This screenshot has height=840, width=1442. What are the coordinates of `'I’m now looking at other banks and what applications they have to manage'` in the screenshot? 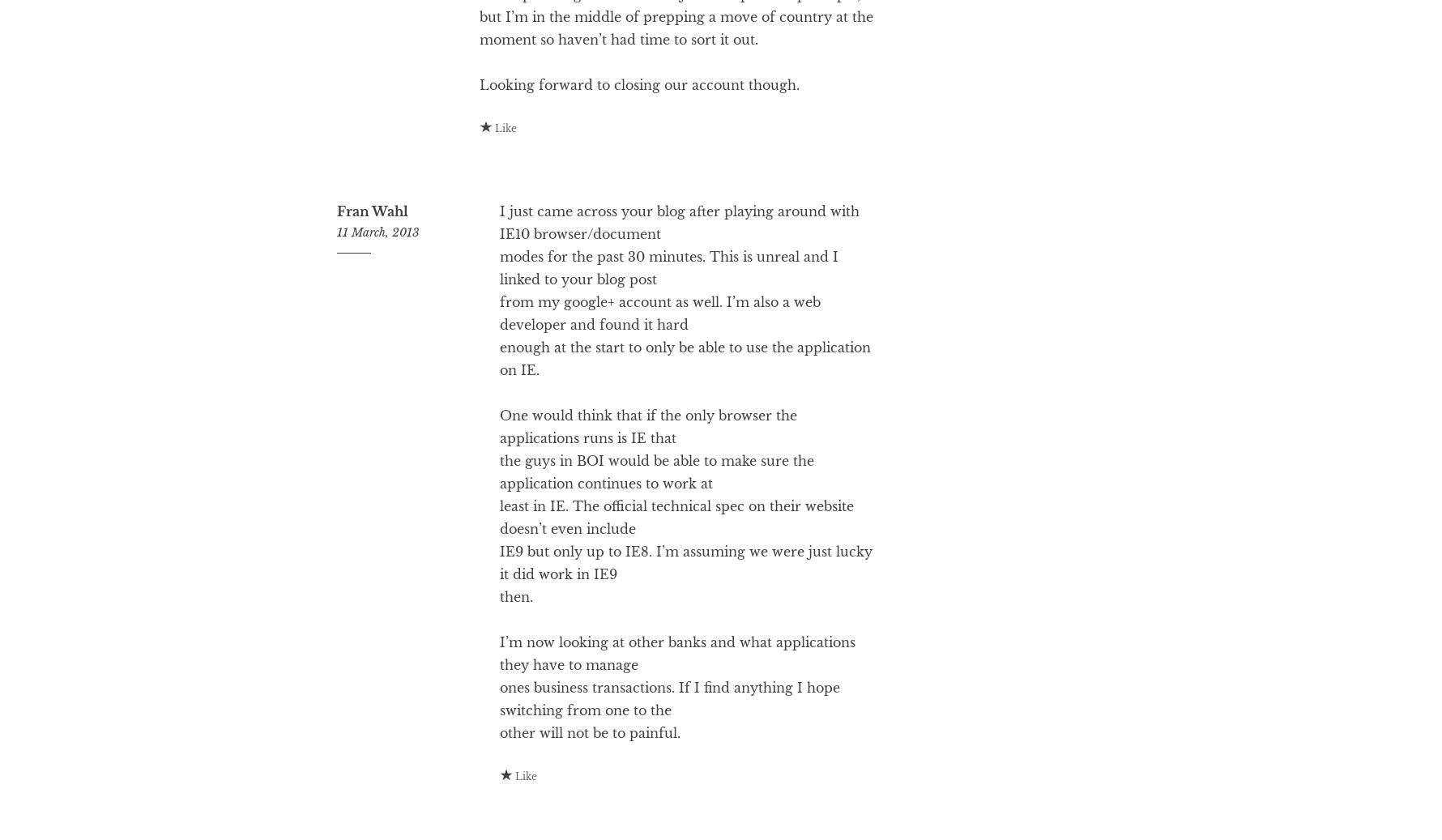 It's located at (676, 718).